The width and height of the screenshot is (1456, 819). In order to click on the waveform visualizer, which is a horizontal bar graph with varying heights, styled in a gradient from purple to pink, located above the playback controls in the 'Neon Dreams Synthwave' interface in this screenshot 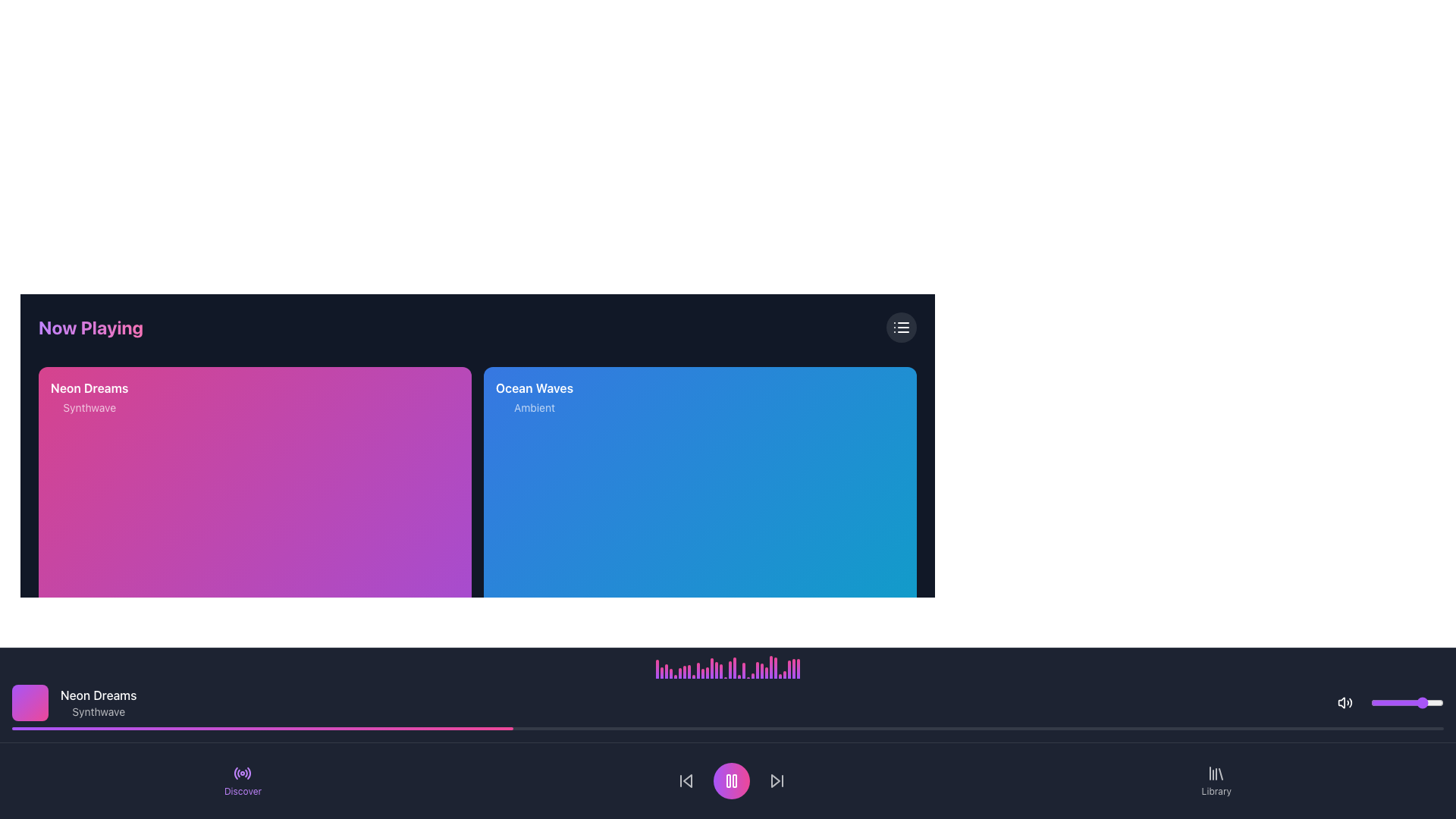, I will do `click(728, 666)`.